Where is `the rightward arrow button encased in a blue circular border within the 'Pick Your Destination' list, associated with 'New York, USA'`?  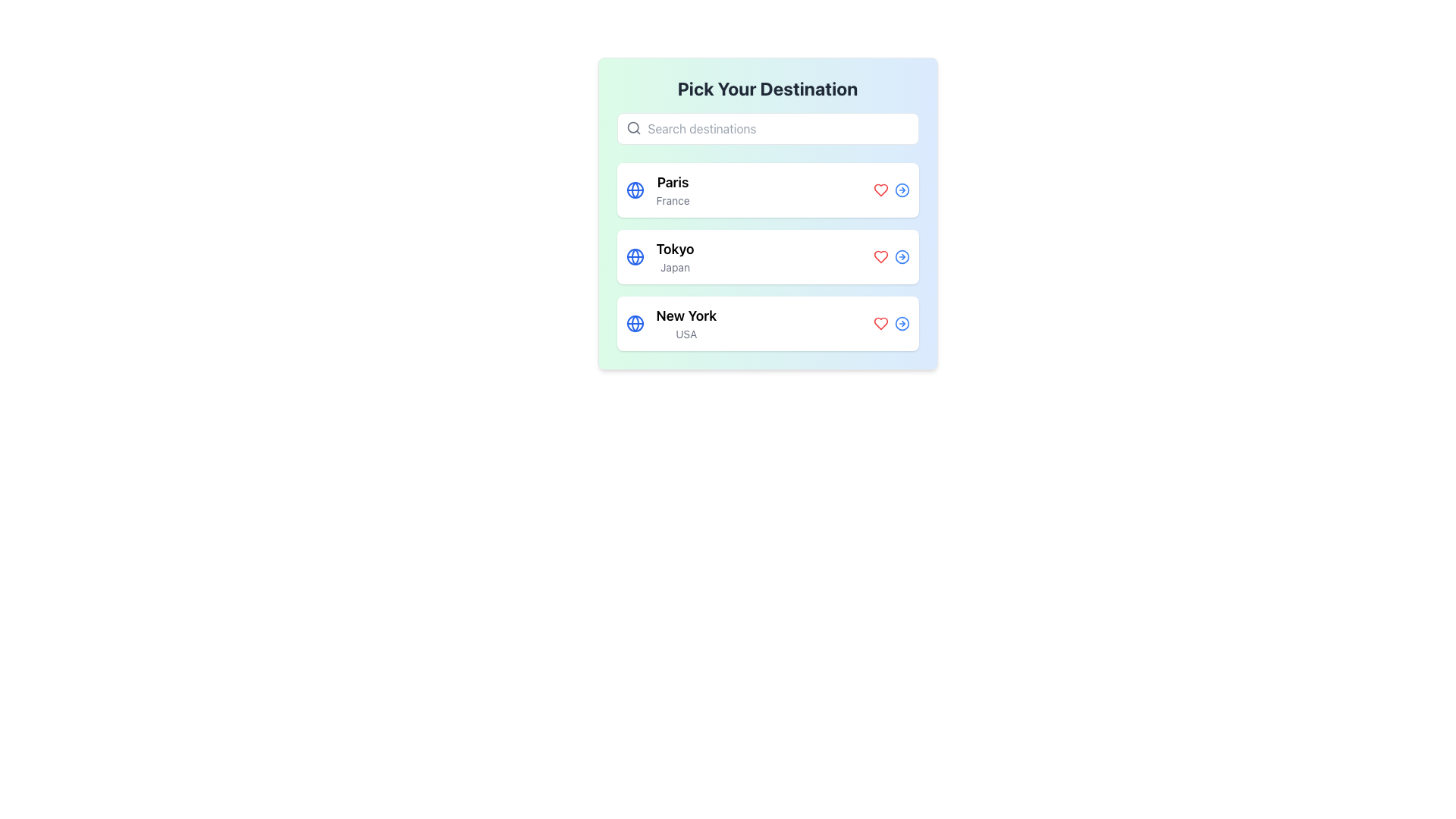 the rightward arrow button encased in a blue circular border within the 'Pick Your Destination' list, associated with 'New York, USA' is located at coordinates (902, 323).